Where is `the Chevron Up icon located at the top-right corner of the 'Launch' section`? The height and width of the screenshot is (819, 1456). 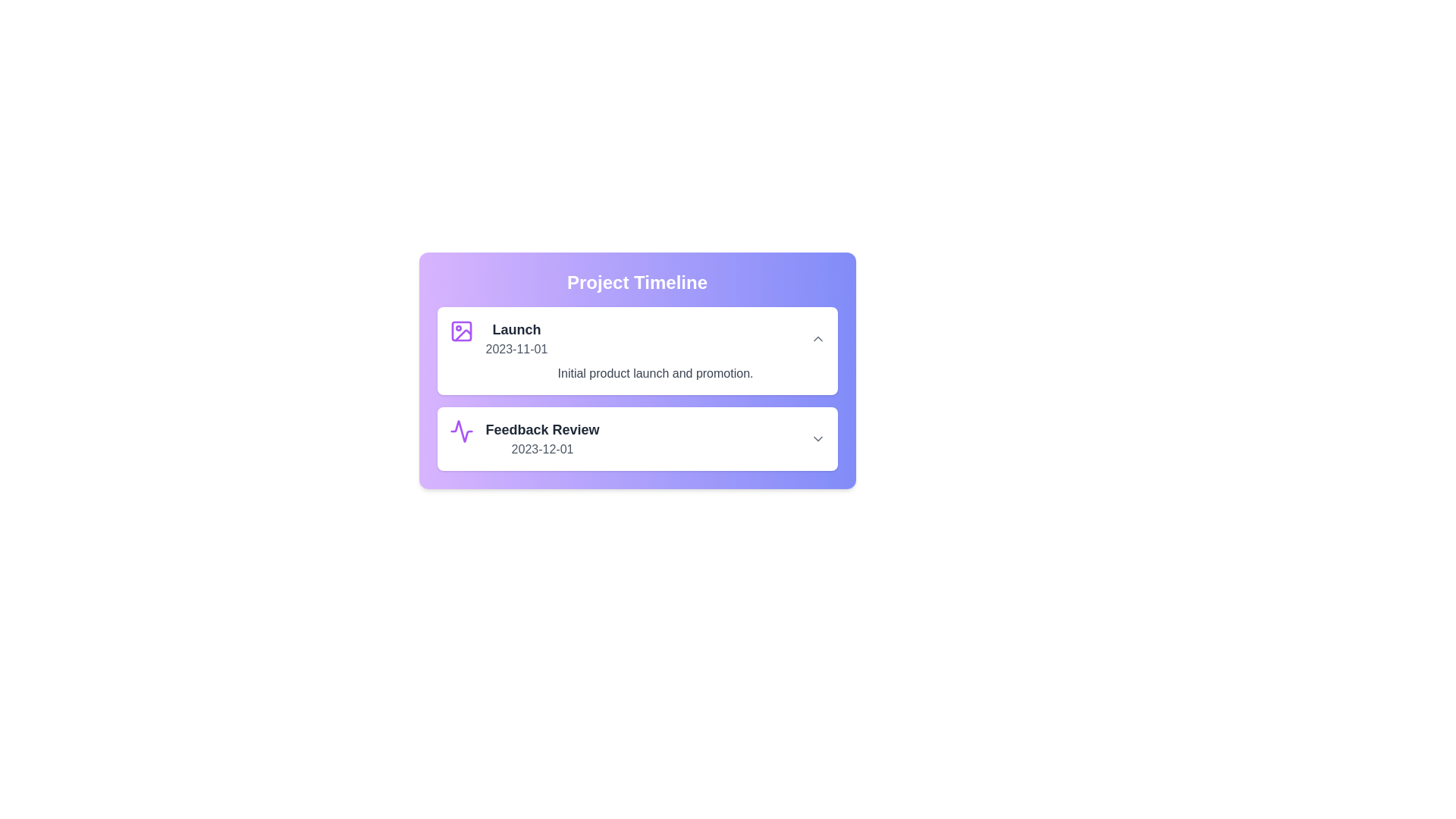 the Chevron Up icon located at the top-right corner of the 'Launch' section is located at coordinates (817, 338).